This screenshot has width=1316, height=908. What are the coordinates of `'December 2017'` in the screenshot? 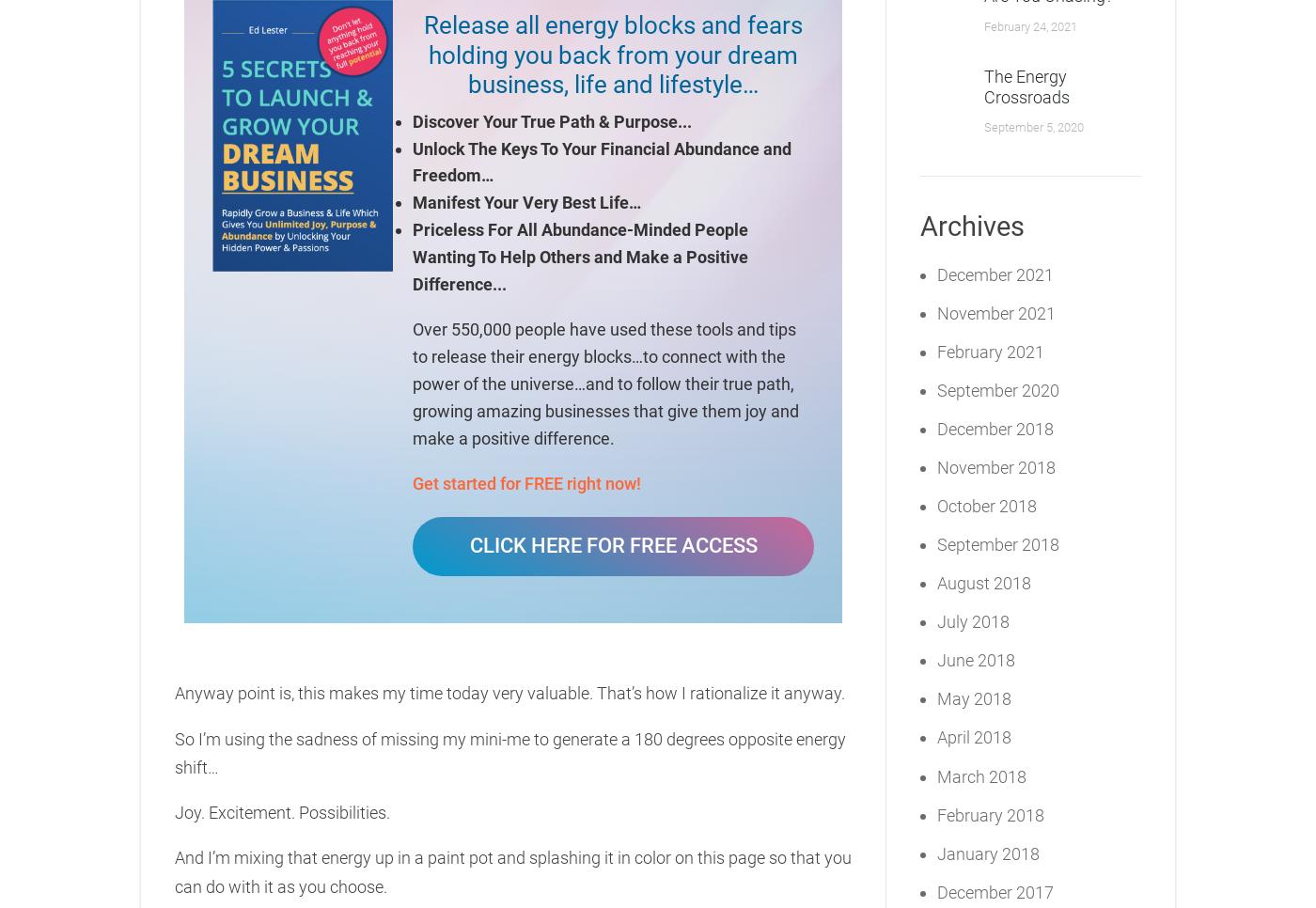 It's located at (995, 891).